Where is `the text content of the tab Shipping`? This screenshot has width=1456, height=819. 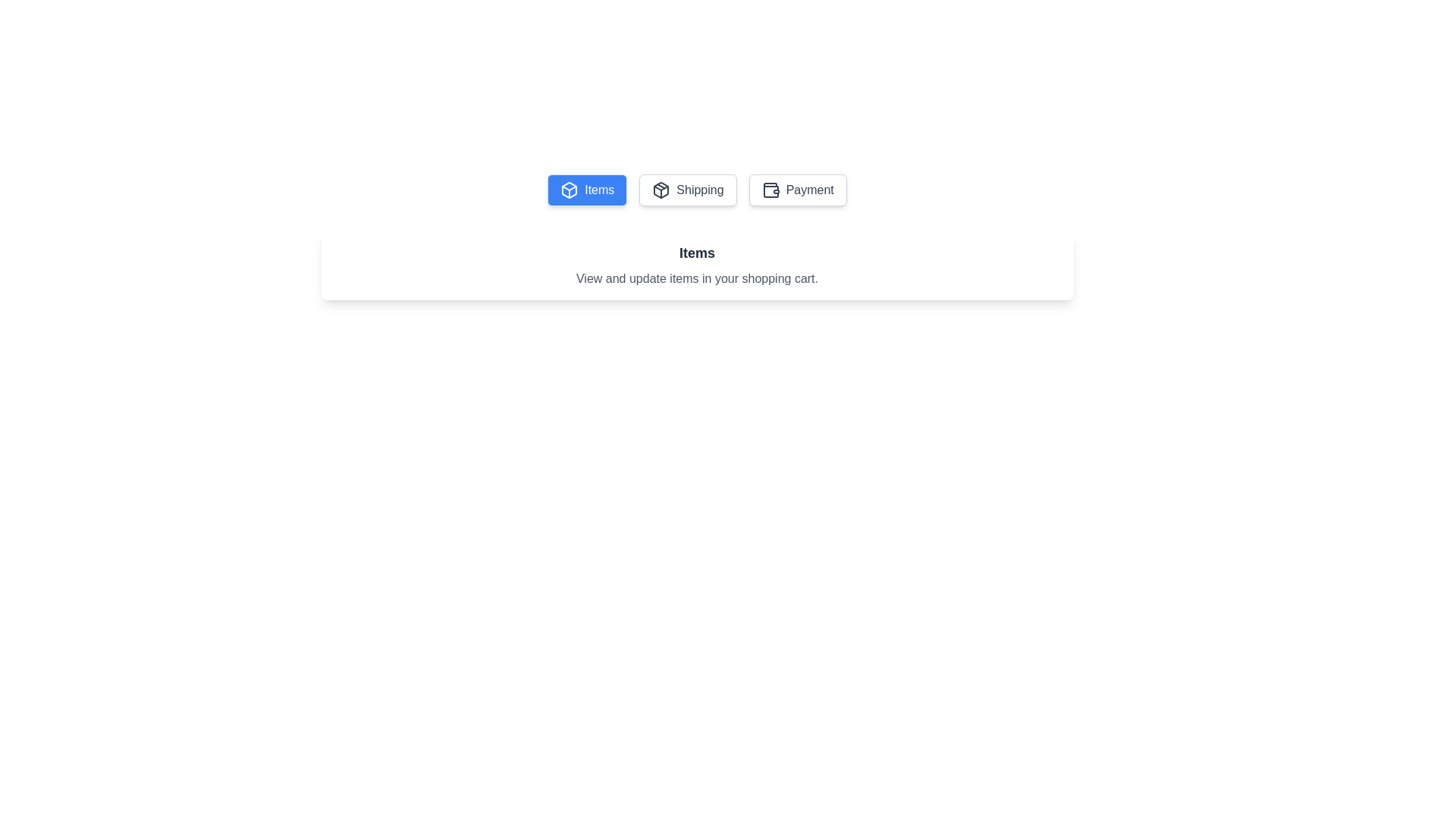
the text content of the tab Shipping is located at coordinates (687, 189).